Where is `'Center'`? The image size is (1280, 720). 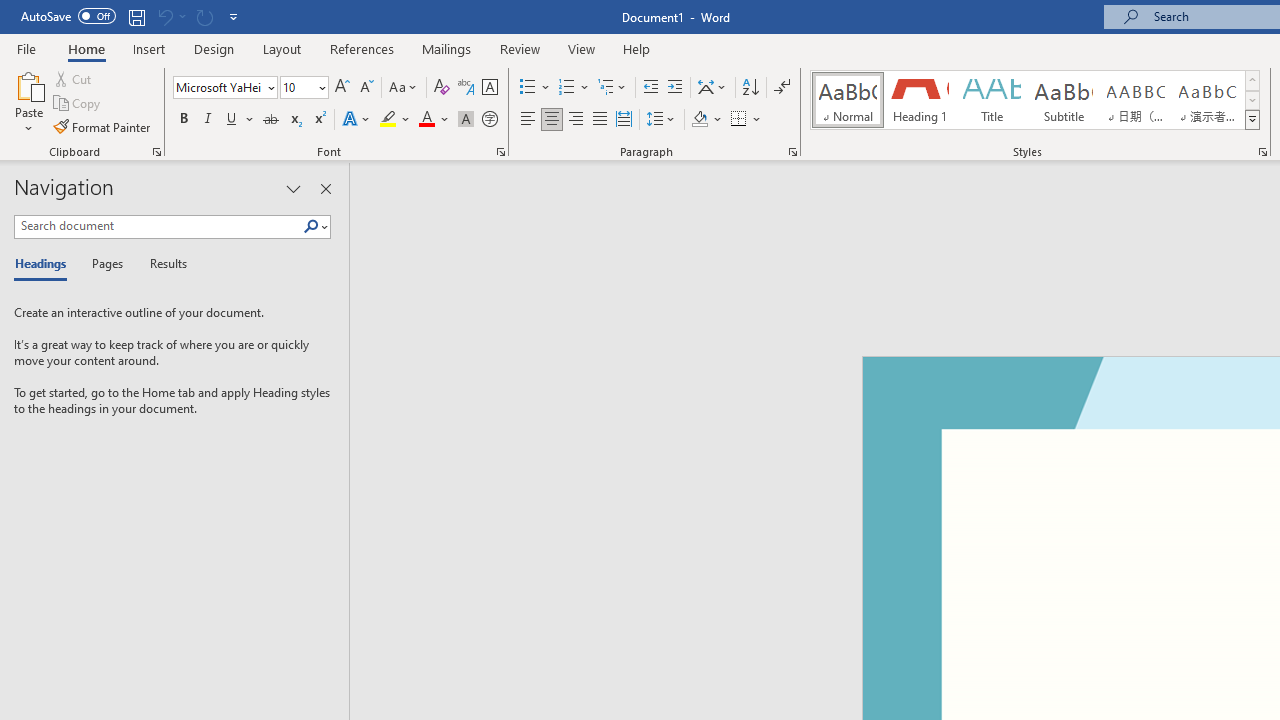 'Center' is located at coordinates (552, 119).